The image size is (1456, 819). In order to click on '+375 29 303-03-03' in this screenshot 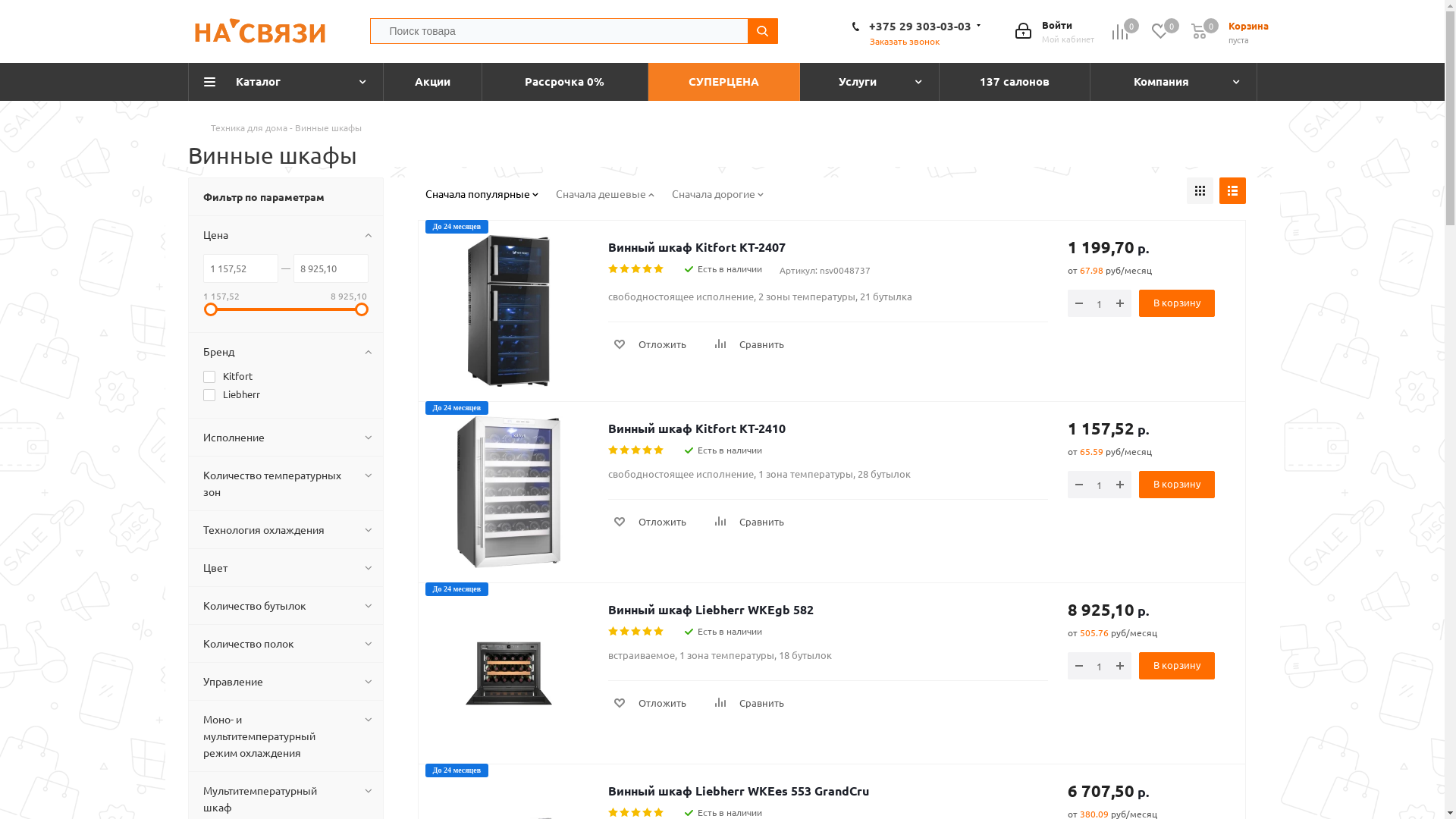, I will do `click(869, 26)`.